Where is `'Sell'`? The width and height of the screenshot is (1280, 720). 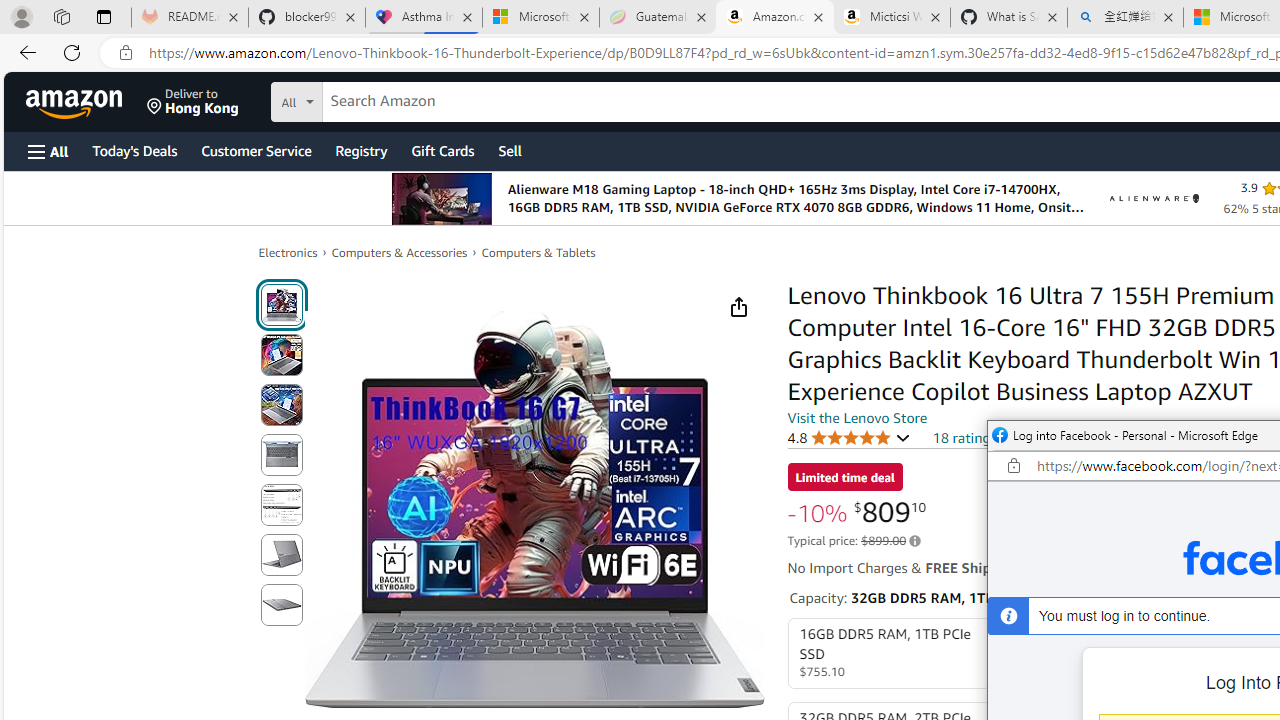 'Sell' is located at coordinates (510, 149).